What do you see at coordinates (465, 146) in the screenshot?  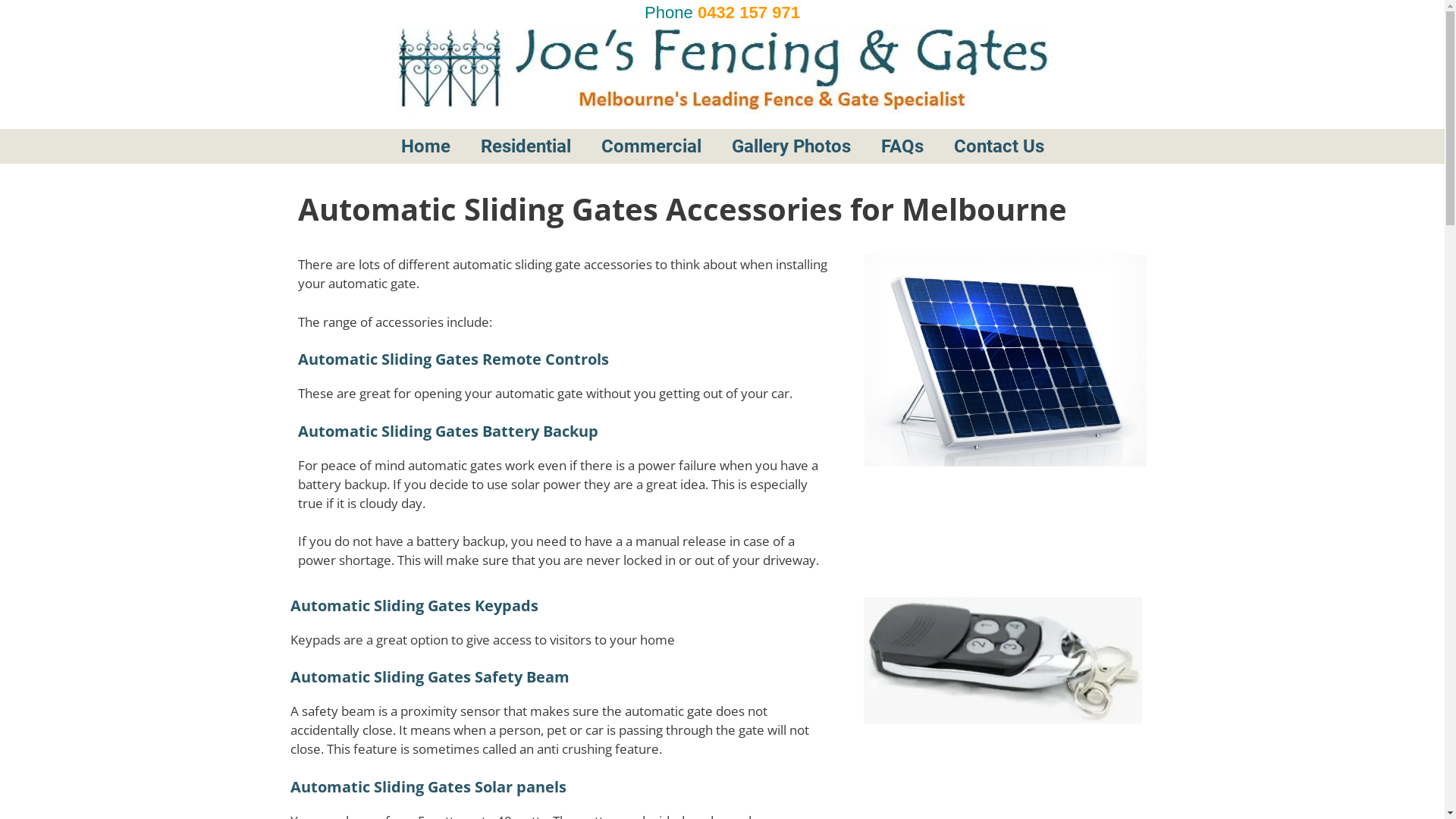 I see `'Residential'` at bounding box center [465, 146].